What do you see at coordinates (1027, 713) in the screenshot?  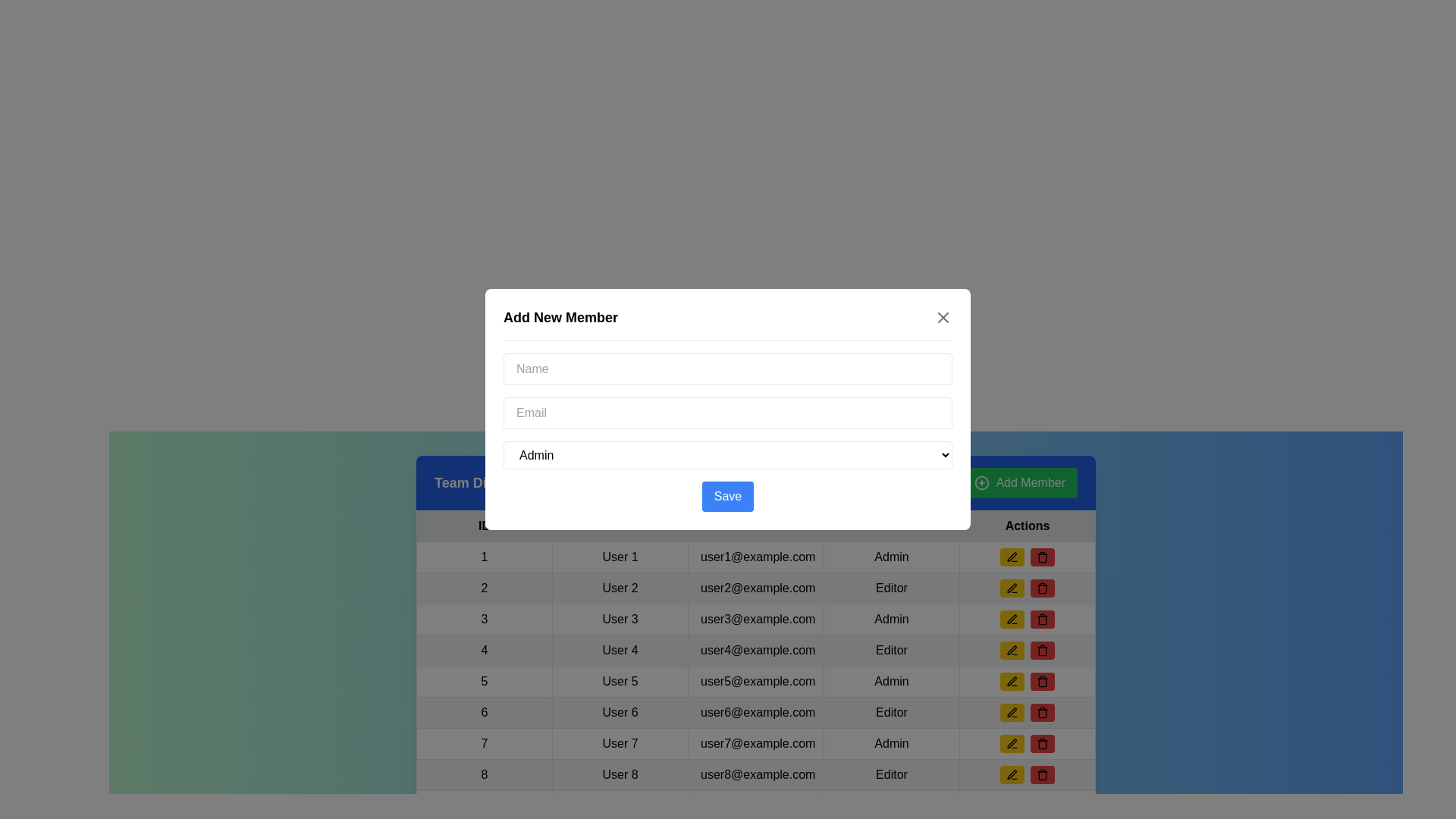 I see `the left button of the grouped button component in the Actions column to initiate editing for the row associated with the user 'user6@example.com' and role 'Editor'` at bounding box center [1027, 713].